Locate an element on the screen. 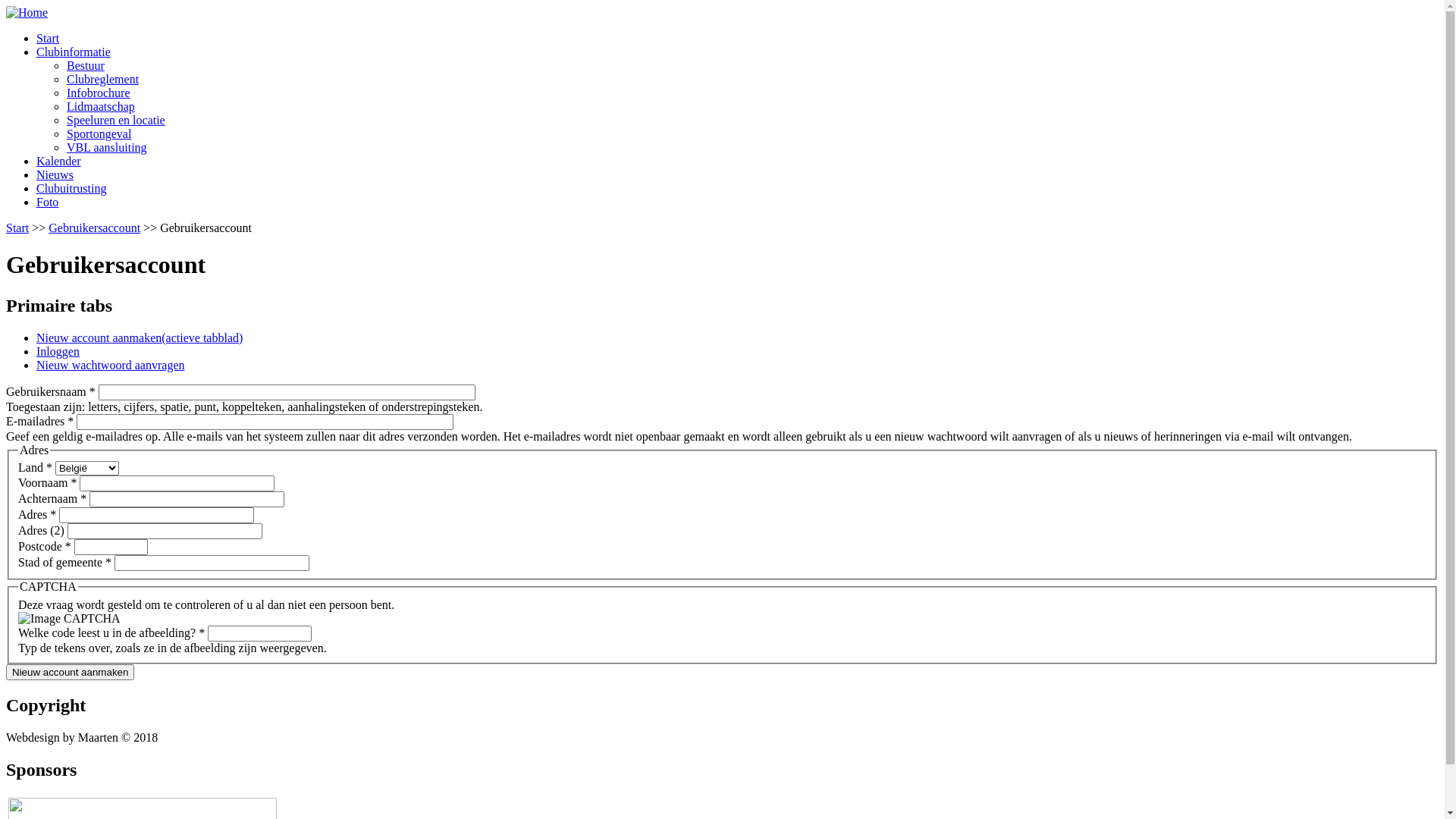  'Speeluren en locatie' is located at coordinates (115, 119).